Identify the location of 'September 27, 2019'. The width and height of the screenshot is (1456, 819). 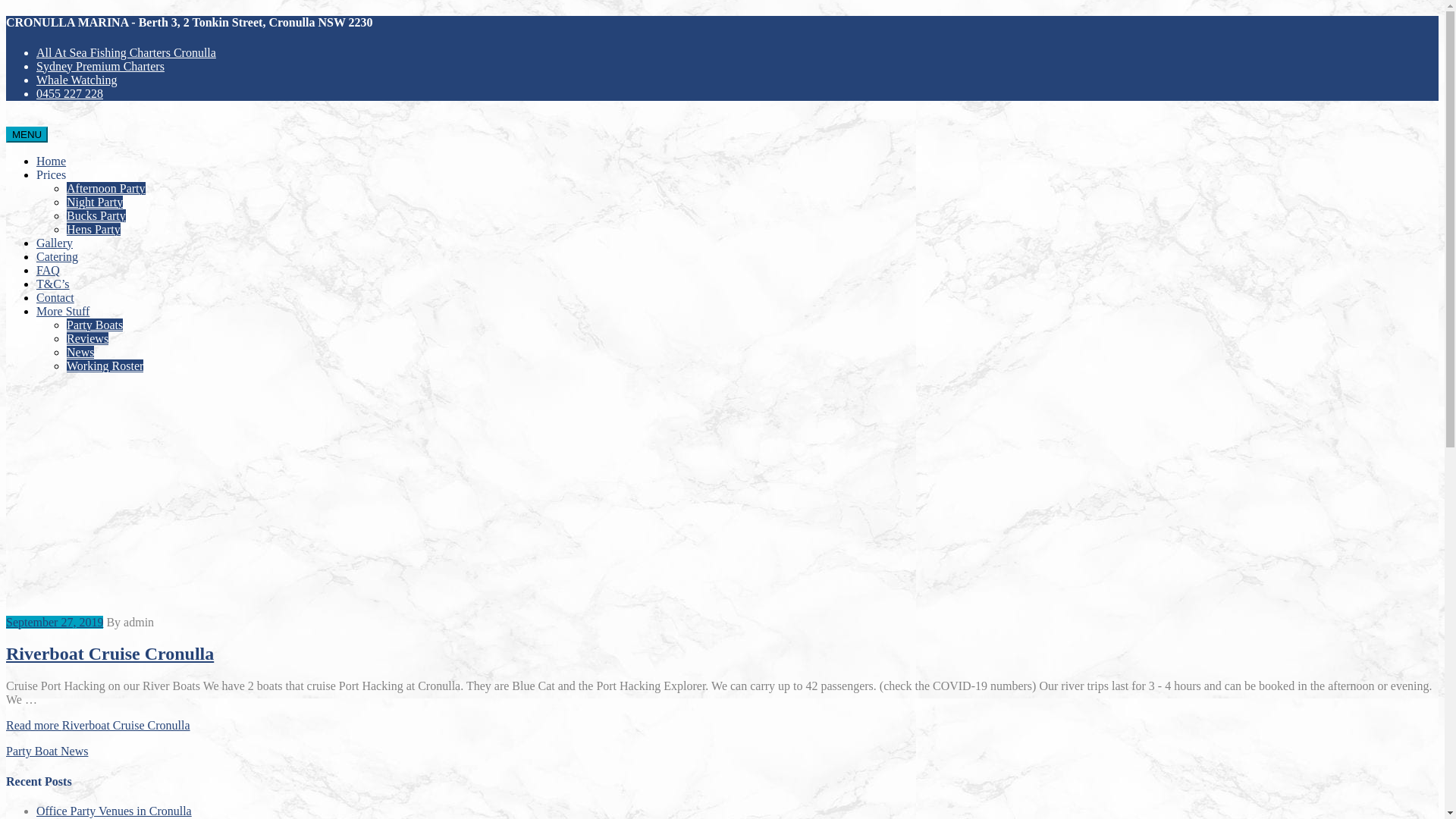
(55, 622).